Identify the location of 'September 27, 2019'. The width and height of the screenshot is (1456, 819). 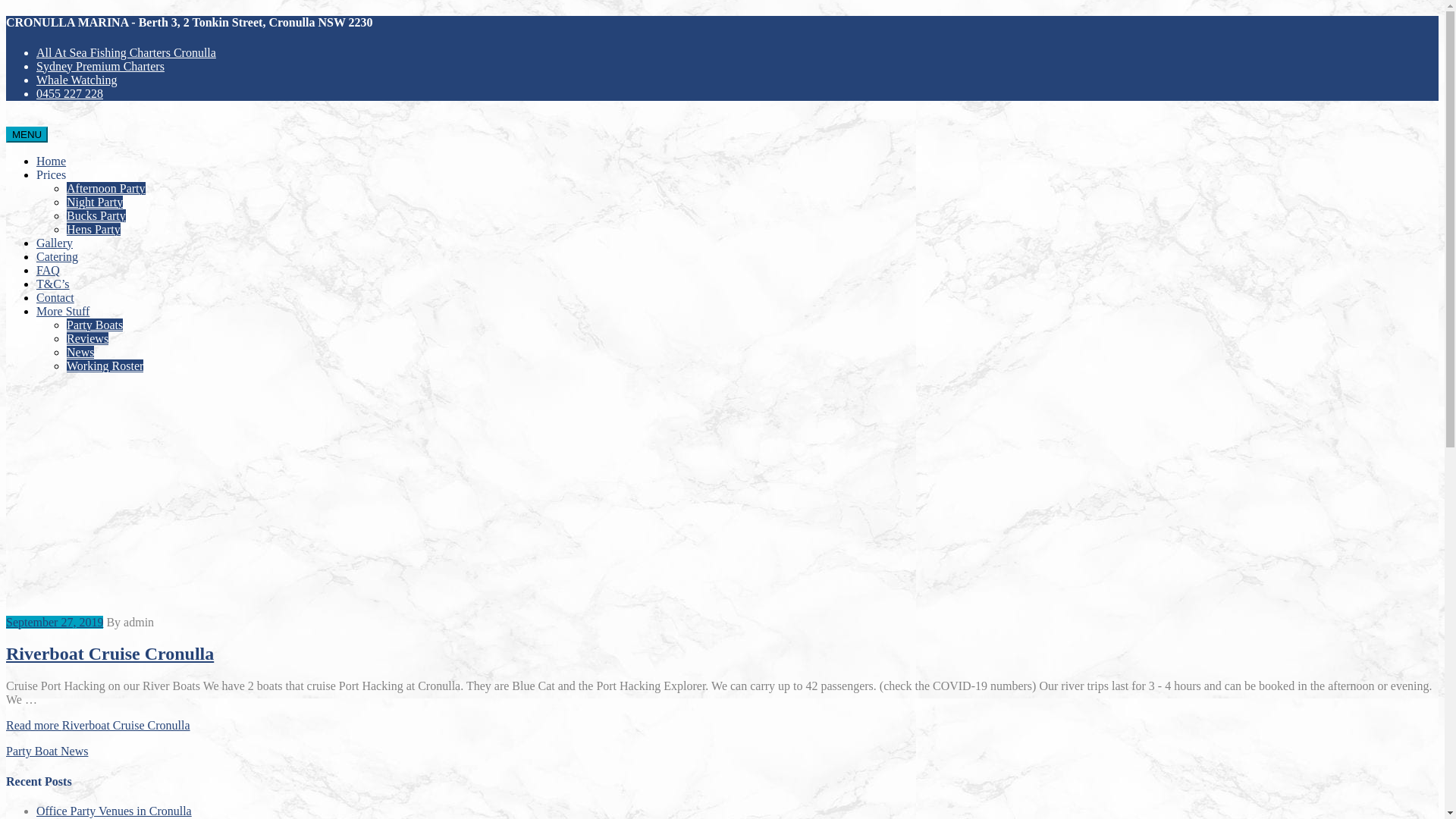
(55, 622).